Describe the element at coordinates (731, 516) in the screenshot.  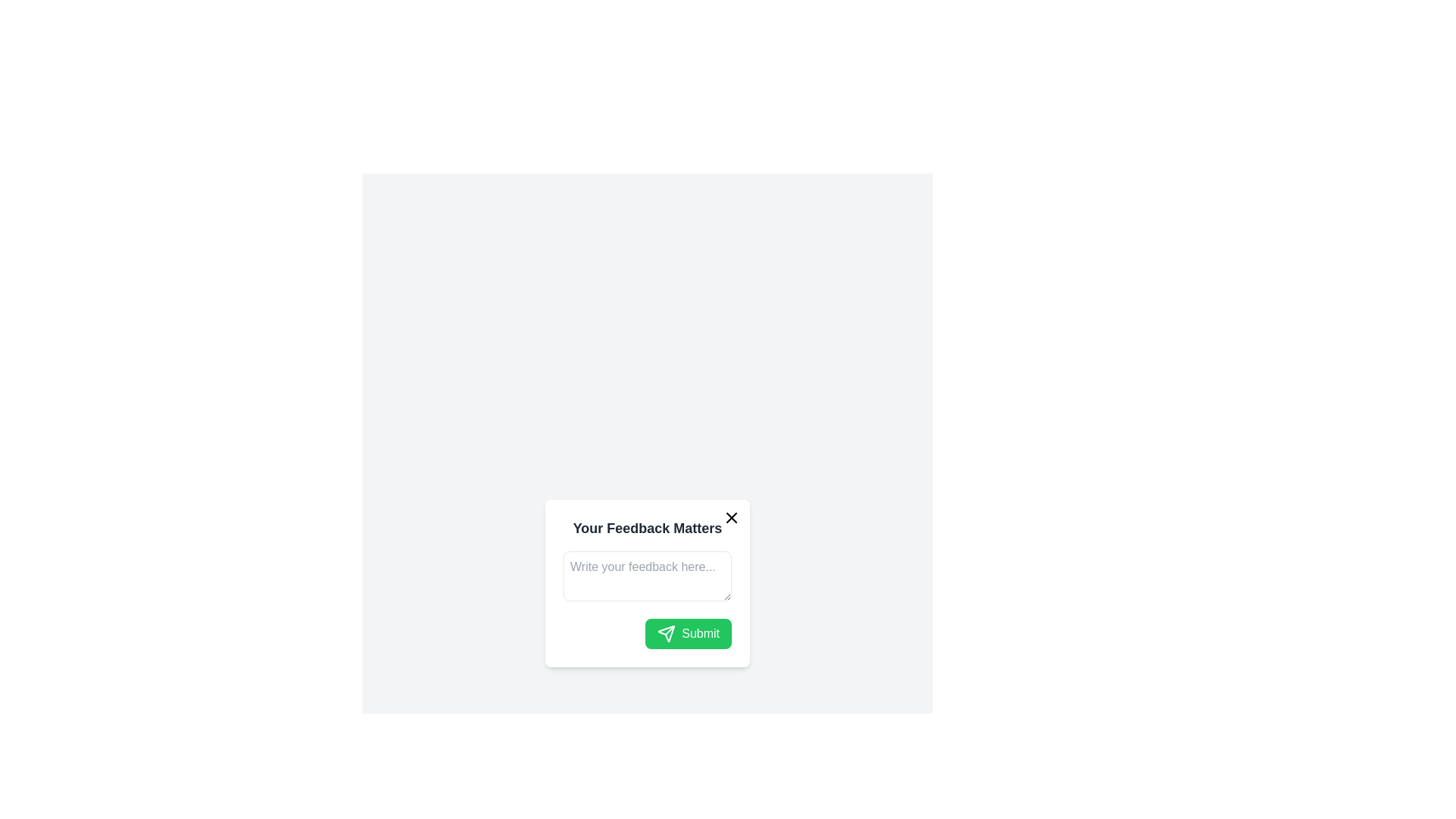
I see `the small square-shaped button with an 'X' icon in the center, located at the top-right corner of the feedback dialog box` at that location.